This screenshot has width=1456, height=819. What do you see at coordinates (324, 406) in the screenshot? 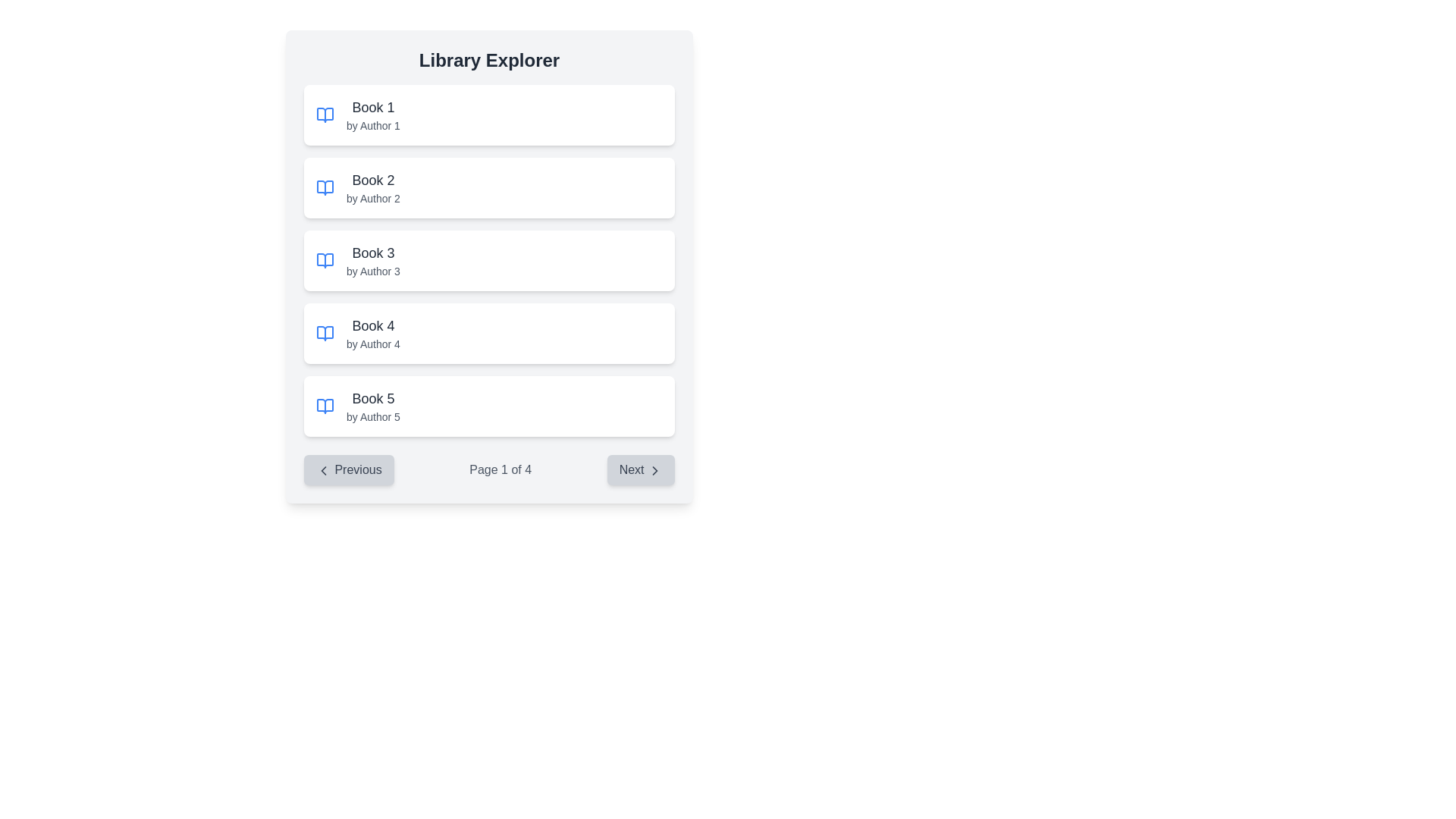
I see `the icon that signifies the row related to 'Book 5 by Author 5', located at the beginning of its row` at bounding box center [324, 406].